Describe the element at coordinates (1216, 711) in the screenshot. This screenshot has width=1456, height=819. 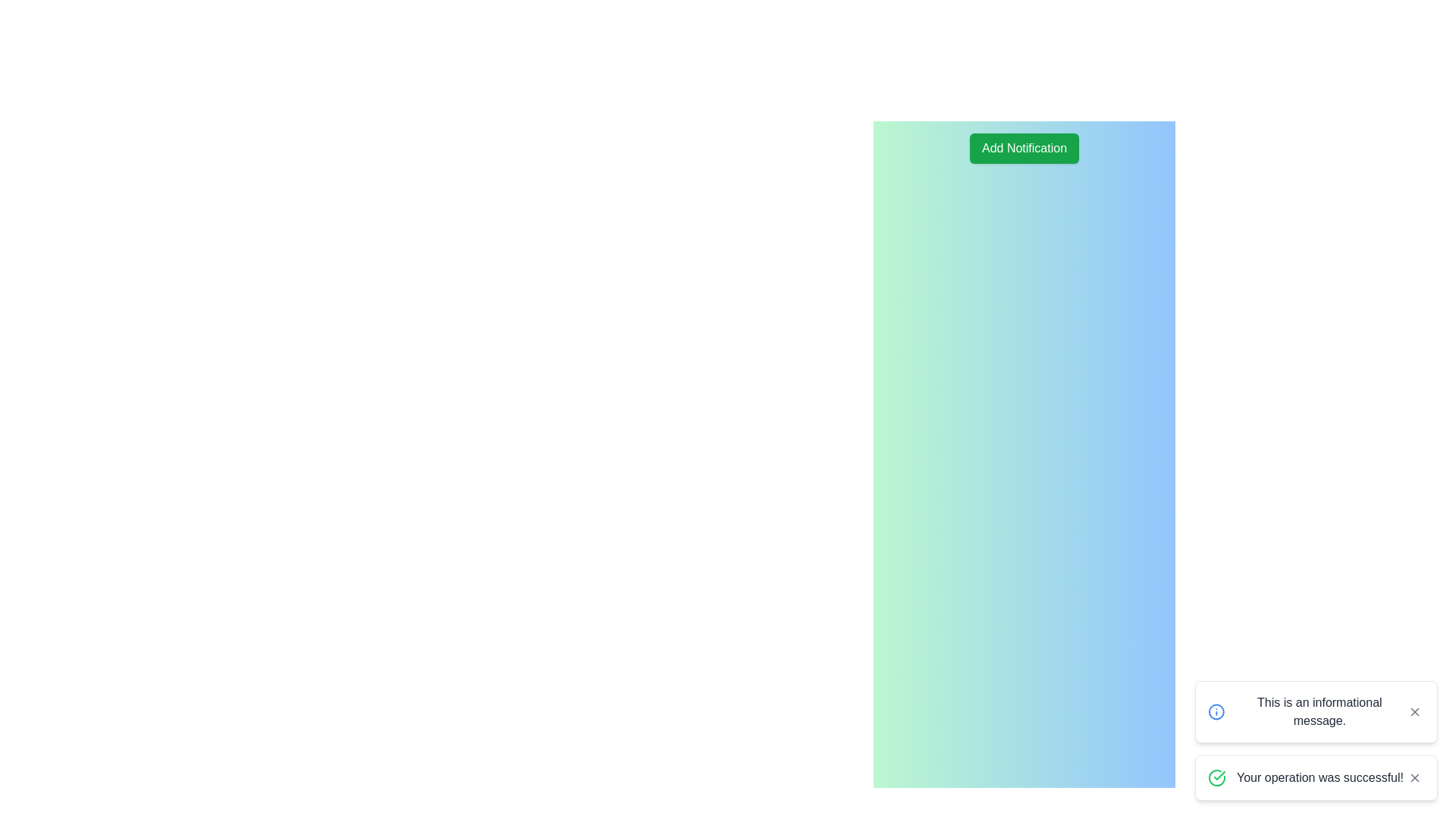
I see `the informational icon located at the top-left of the white notification box containing the text 'This is an informational message.'` at that location.